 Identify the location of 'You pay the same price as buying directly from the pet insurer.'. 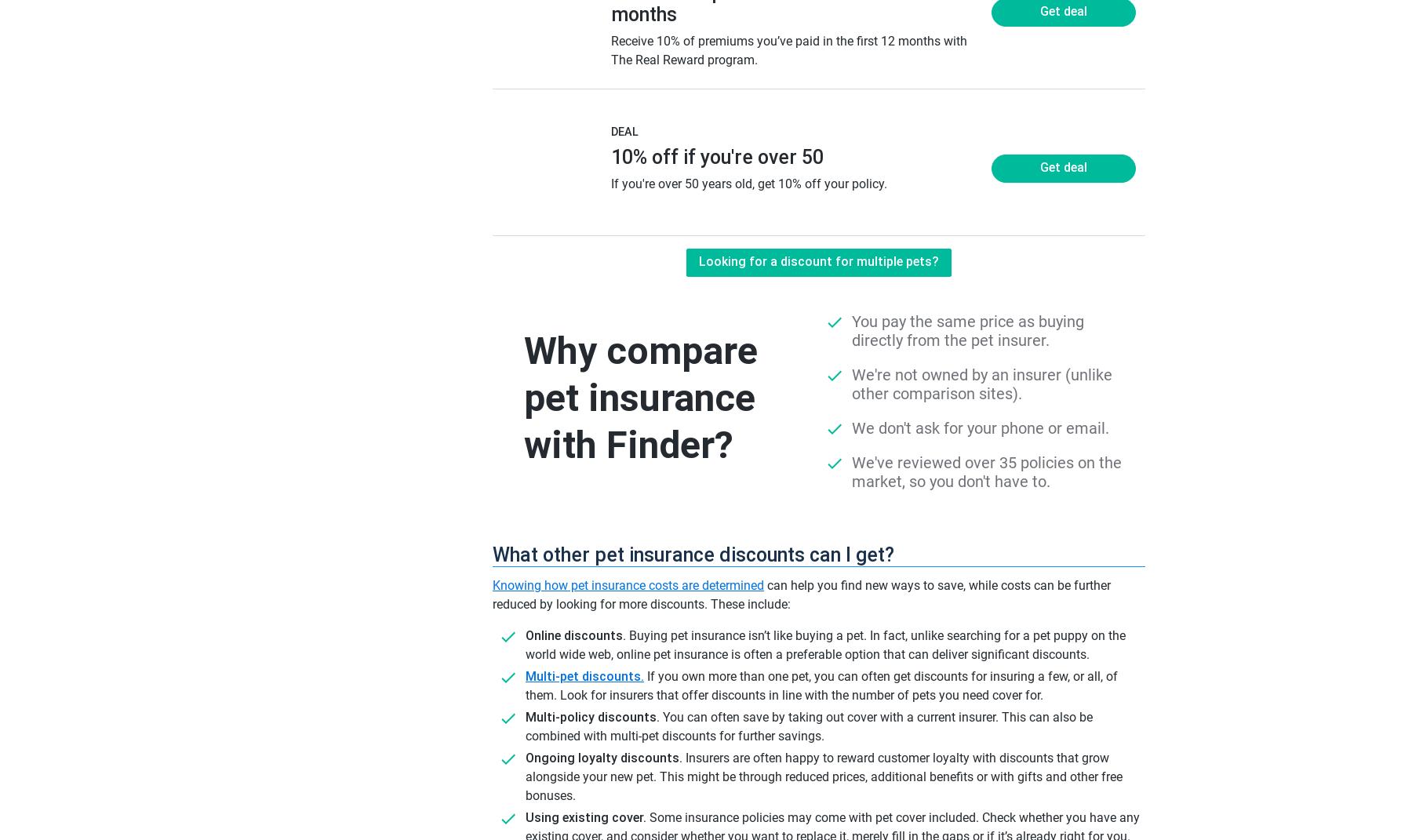
(967, 330).